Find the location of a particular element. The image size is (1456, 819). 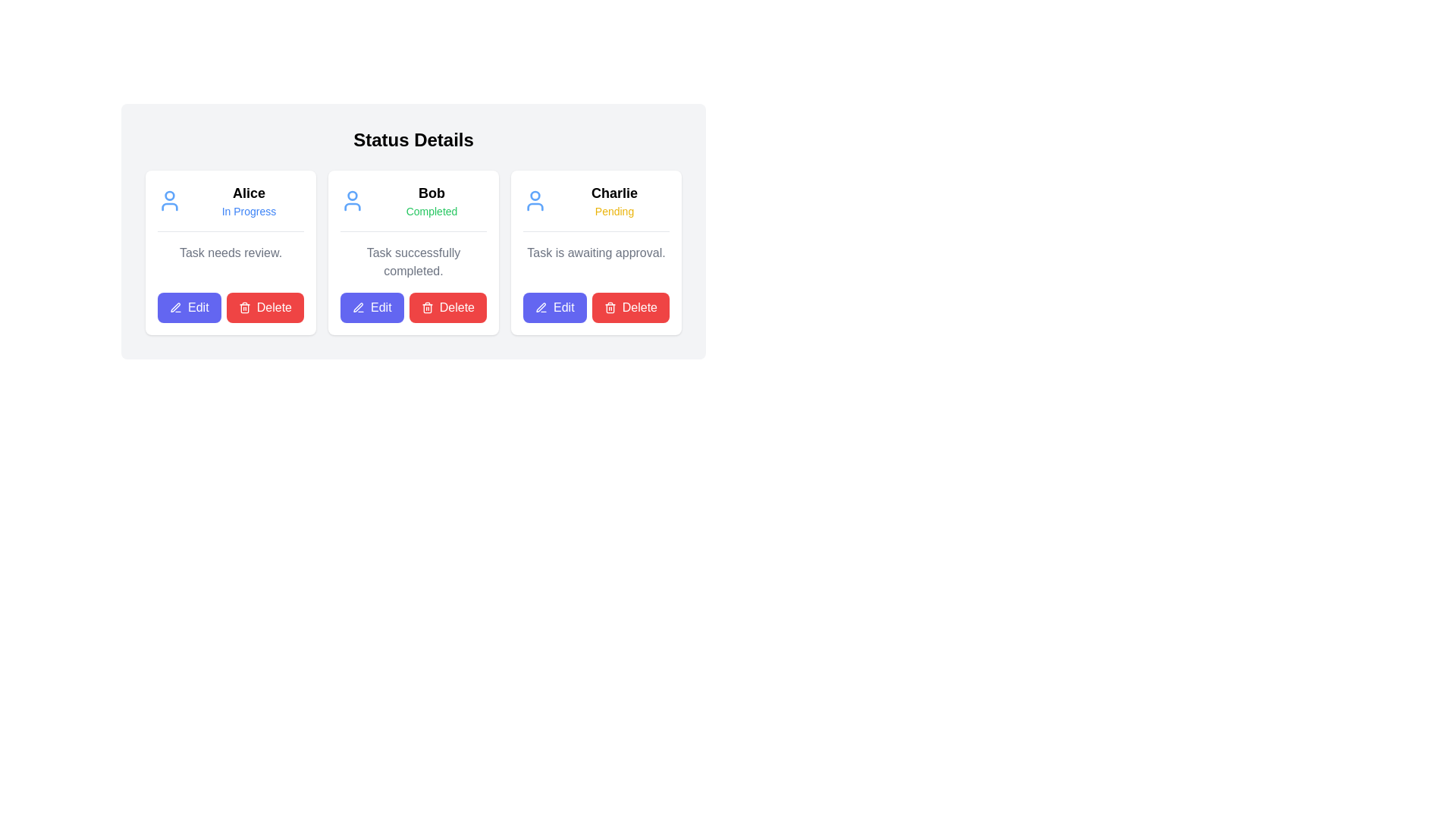

the decorative graphic representing the user icon located at the top-left of the 'Alice' card, which visually indicates the relationship to the user profile is located at coordinates (170, 207).